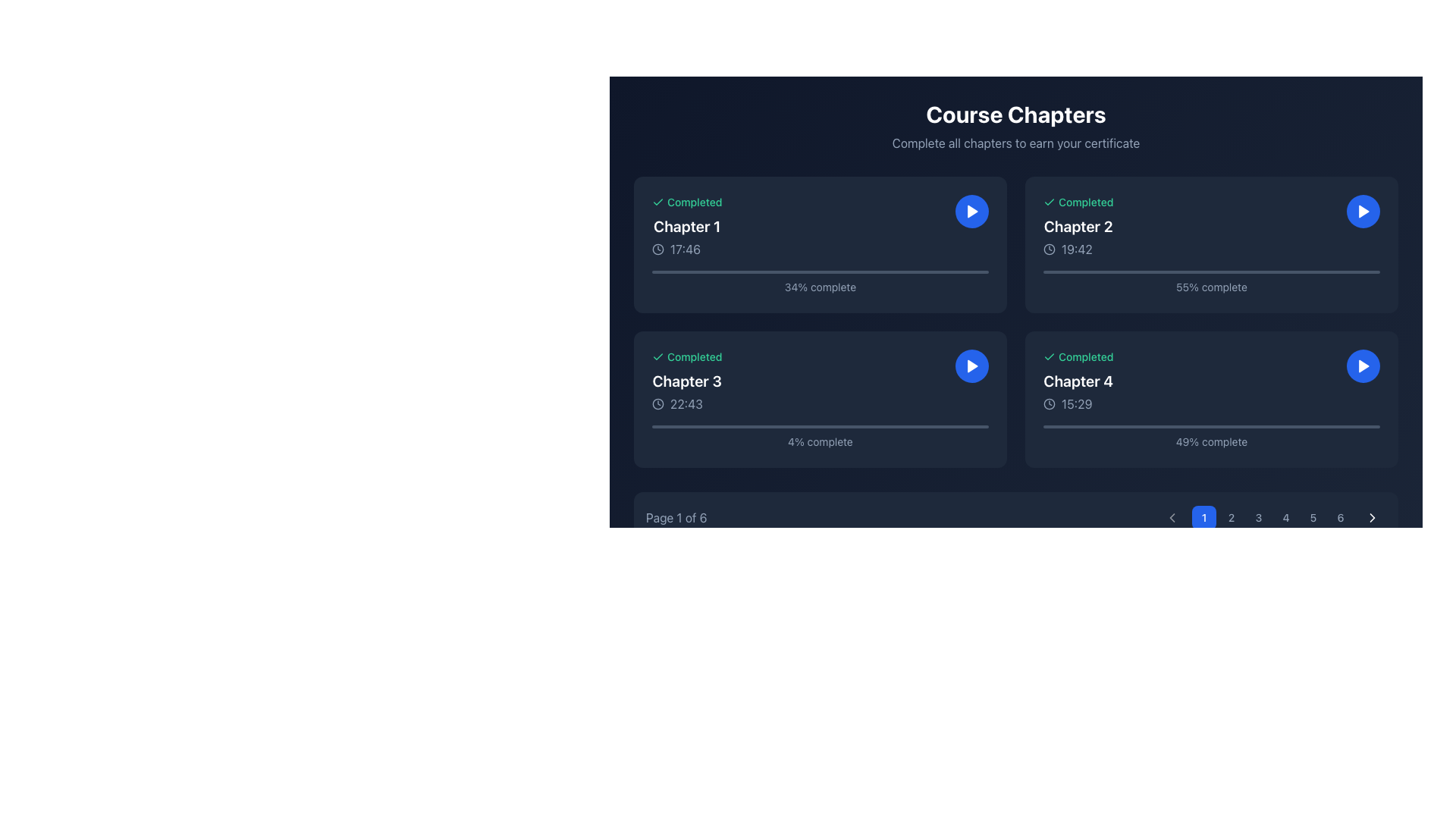  Describe the element at coordinates (1285, 516) in the screenshot. I see `the circular button labeled '4' that has a dark background and lighter font, positioned in the bottom-right section between buttons '3' and '5'` at that location.